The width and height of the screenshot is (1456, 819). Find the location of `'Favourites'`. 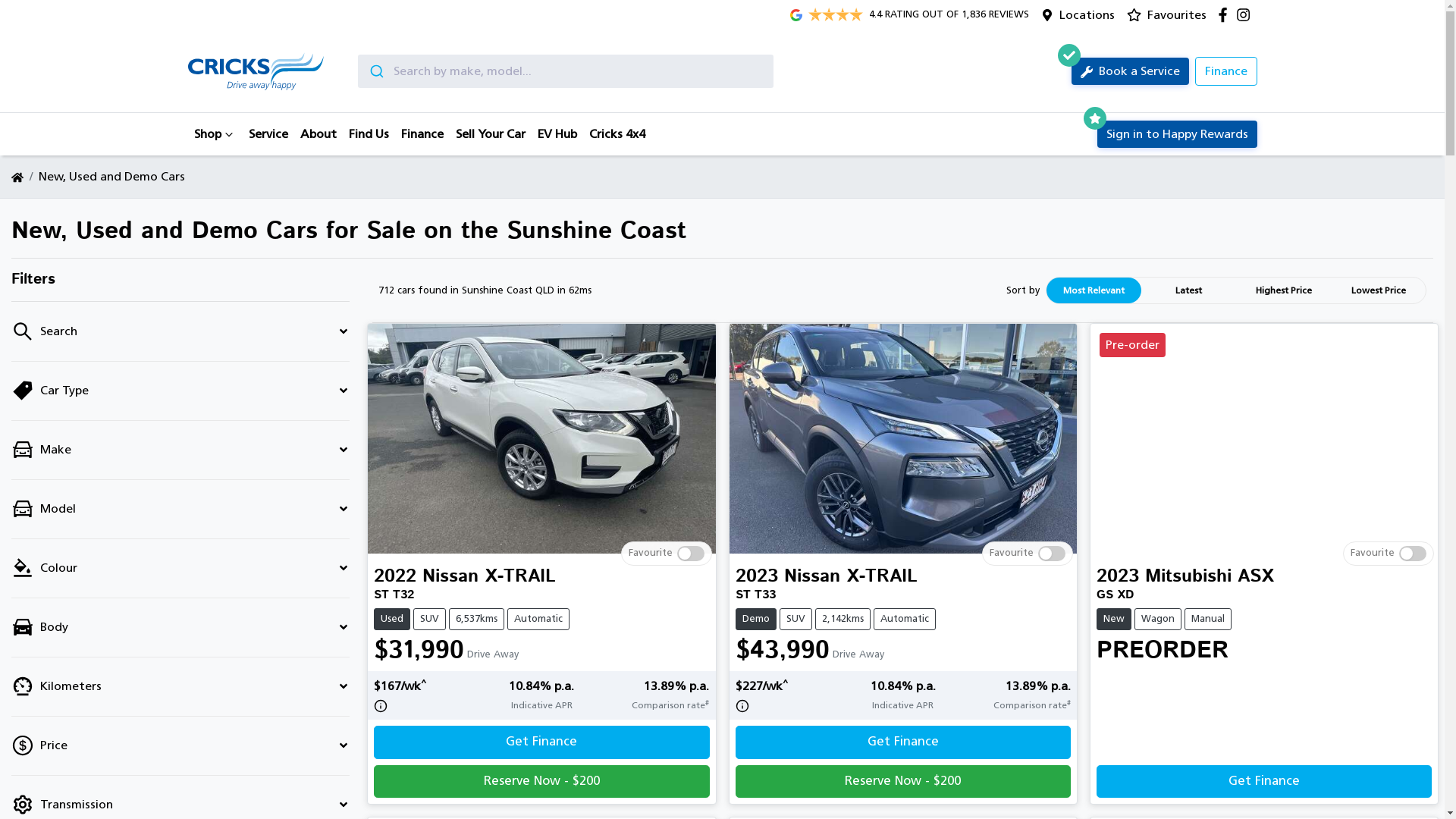

'Favourites' is located at coordinates (1170, 14).